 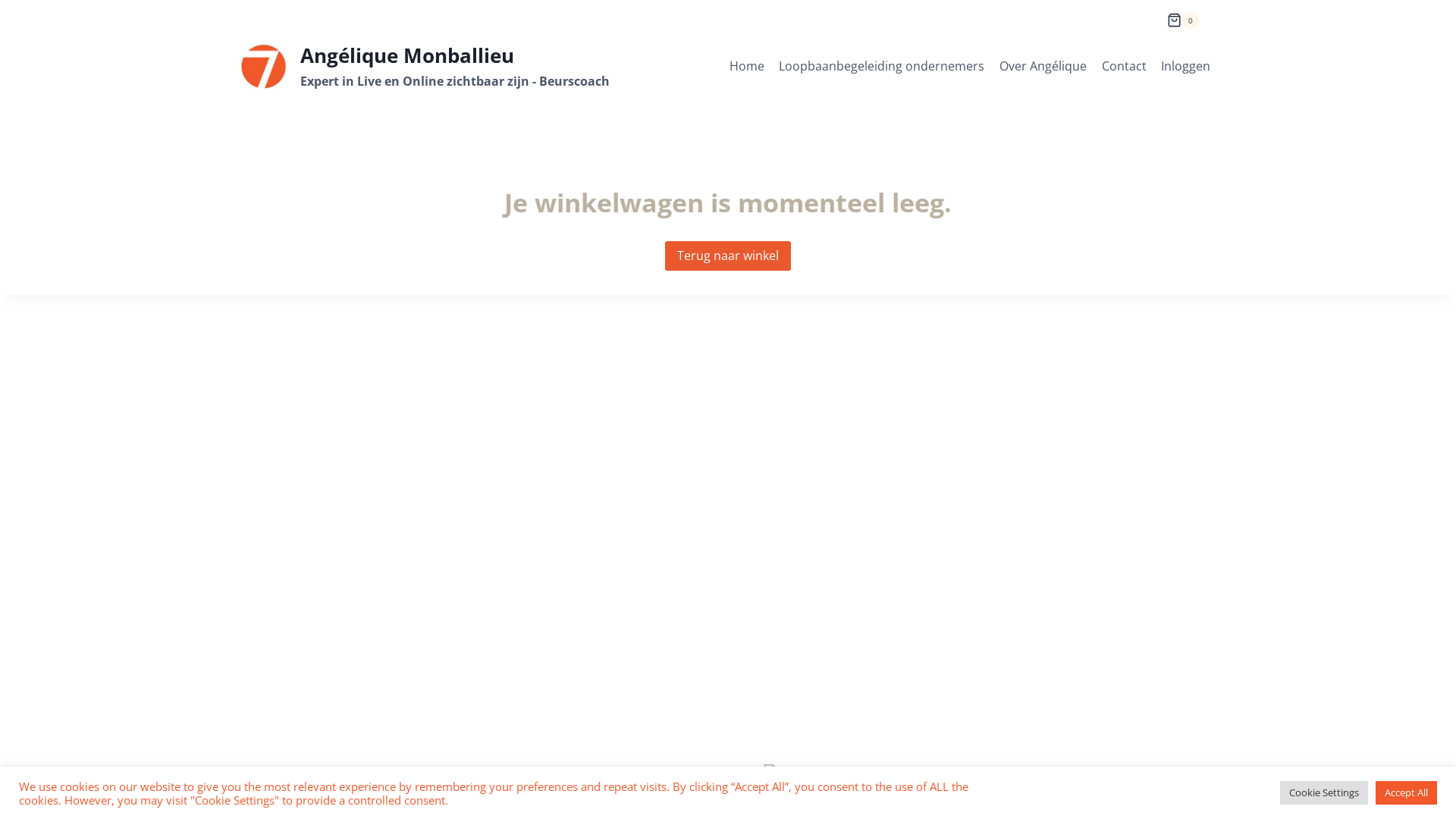 I want to click on 'Contact', so click(x=1124, y=65).